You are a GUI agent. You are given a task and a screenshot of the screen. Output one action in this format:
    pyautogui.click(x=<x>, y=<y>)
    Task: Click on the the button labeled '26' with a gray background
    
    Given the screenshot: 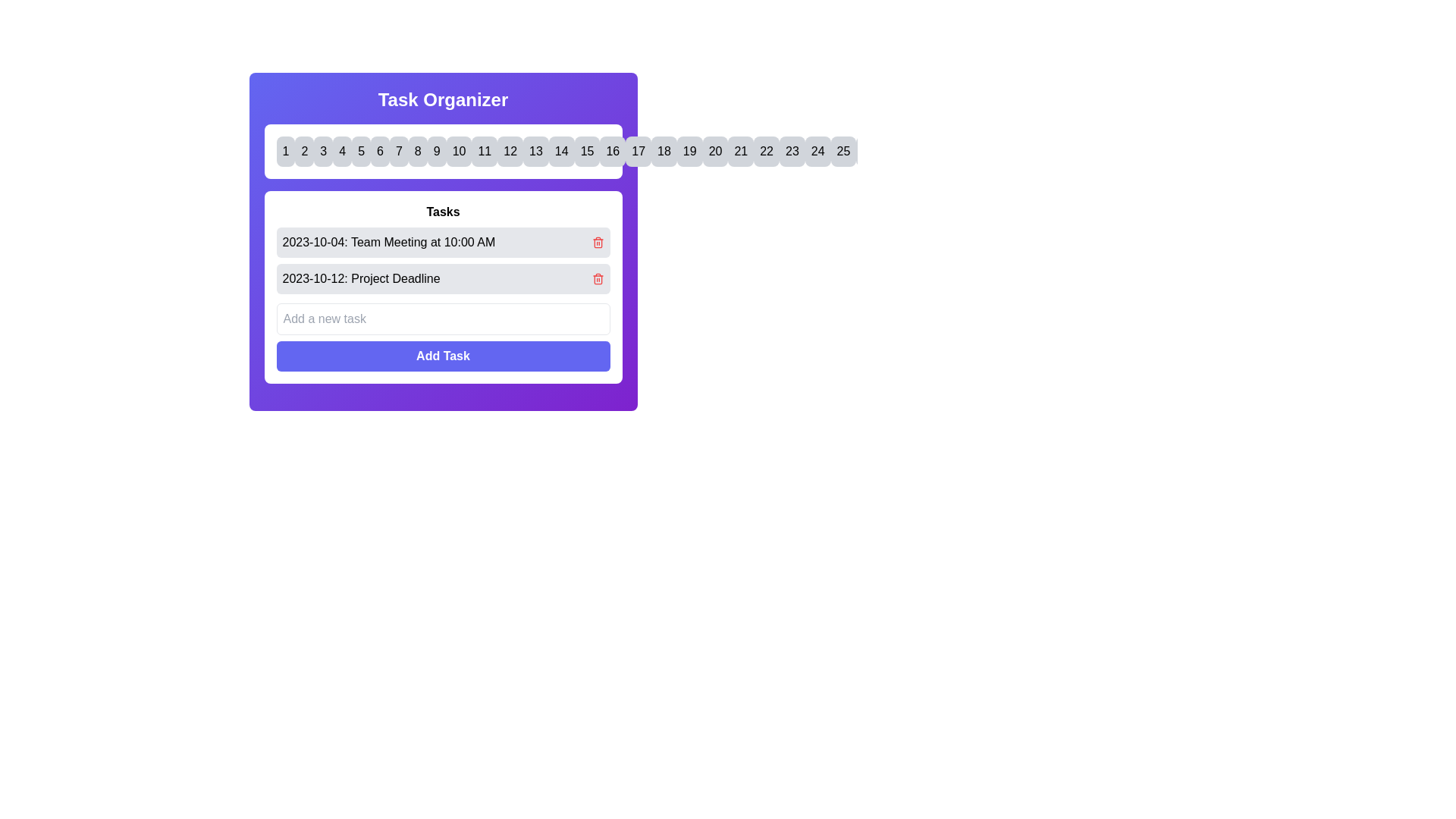 What is the action you would take?
    pyautogui.click(x=869, y=152)
    